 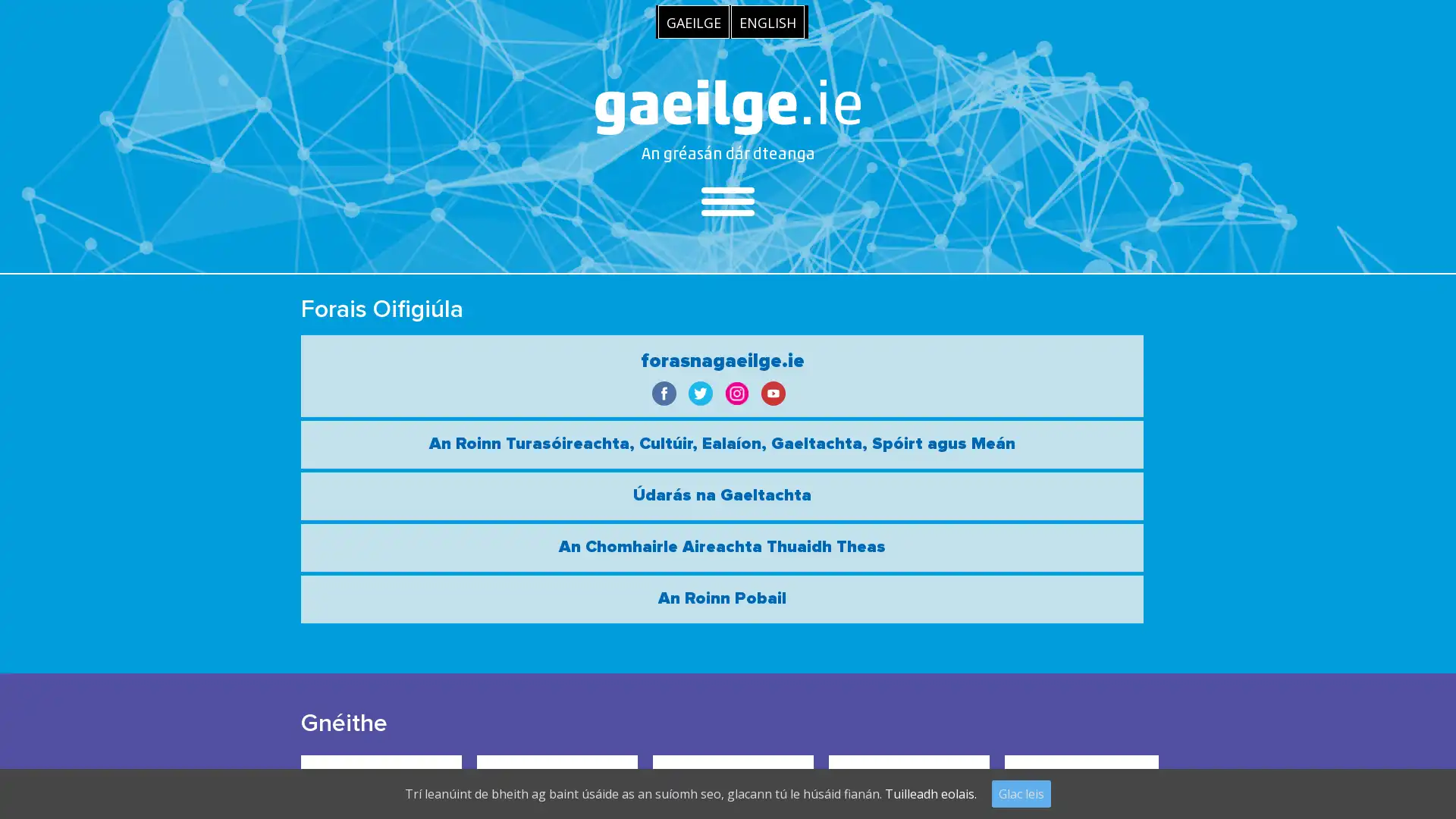 I want to click on Glac leis, so click(x=1021, y=792).